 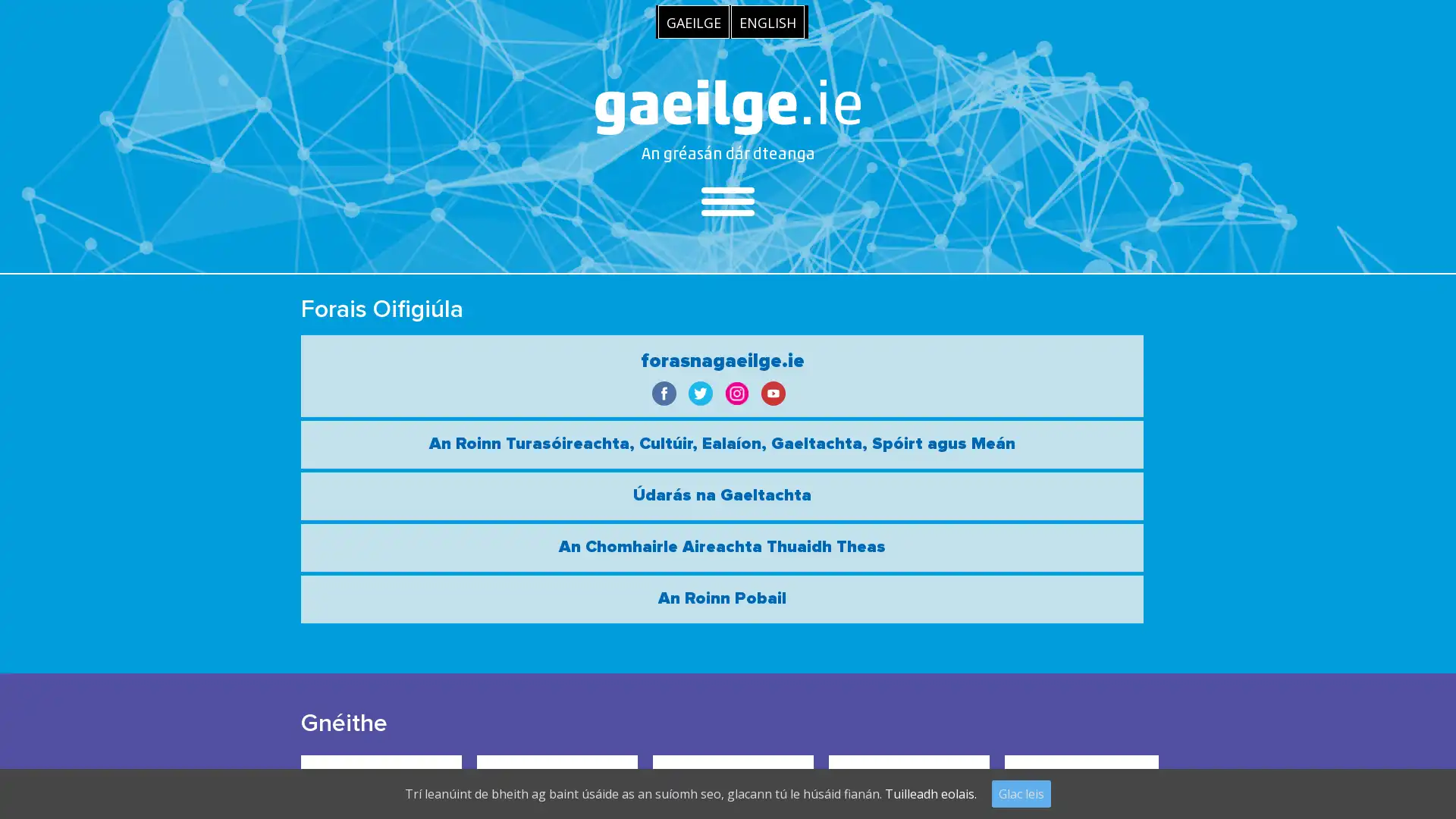 I want to click on Glac leis, so click(x=1021, y=792).